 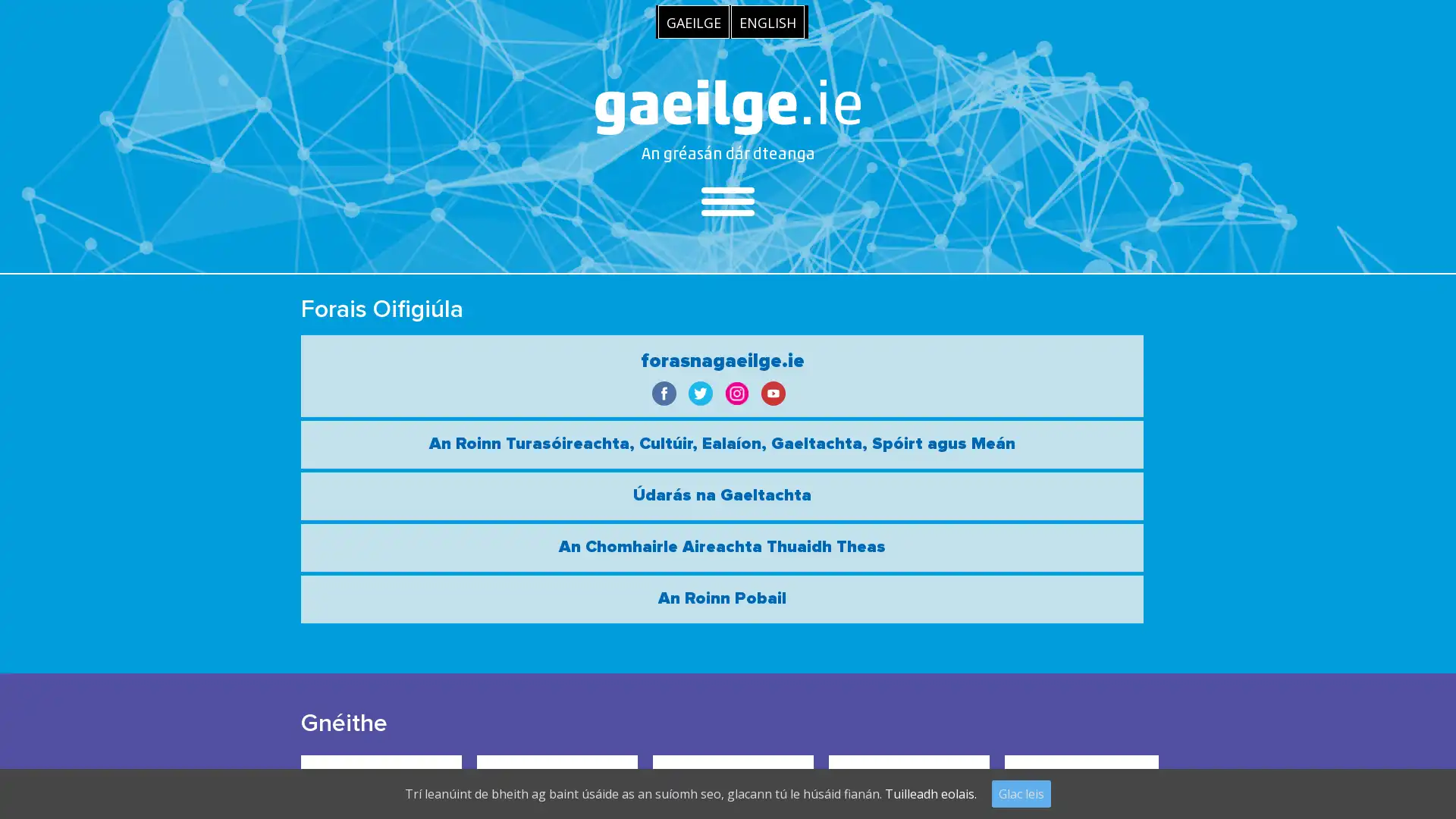 I want to click on Glac leis, so click(x=1021, y=792).